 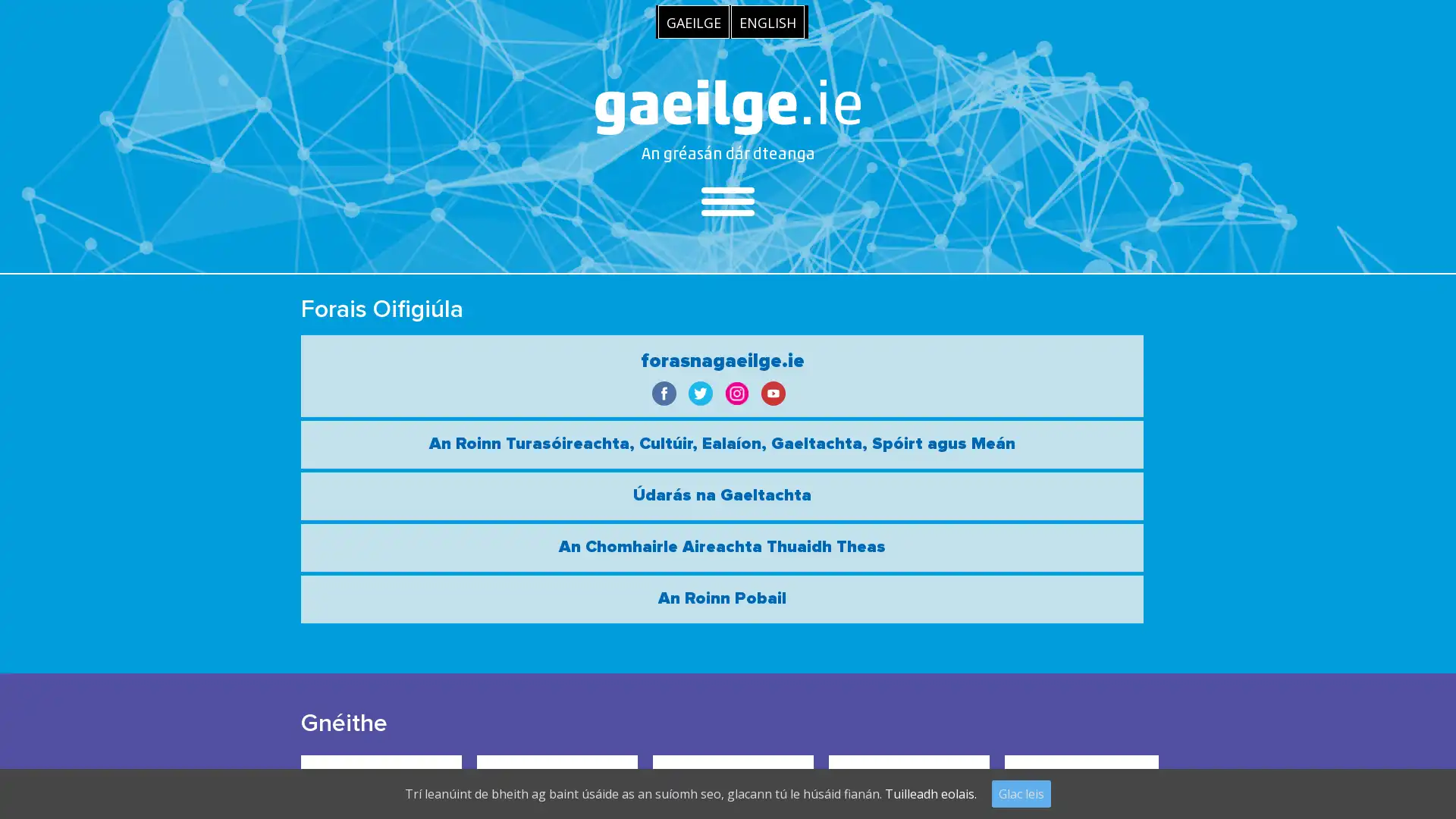 I want to click on Glac leis, so click(x=1021, y=792).